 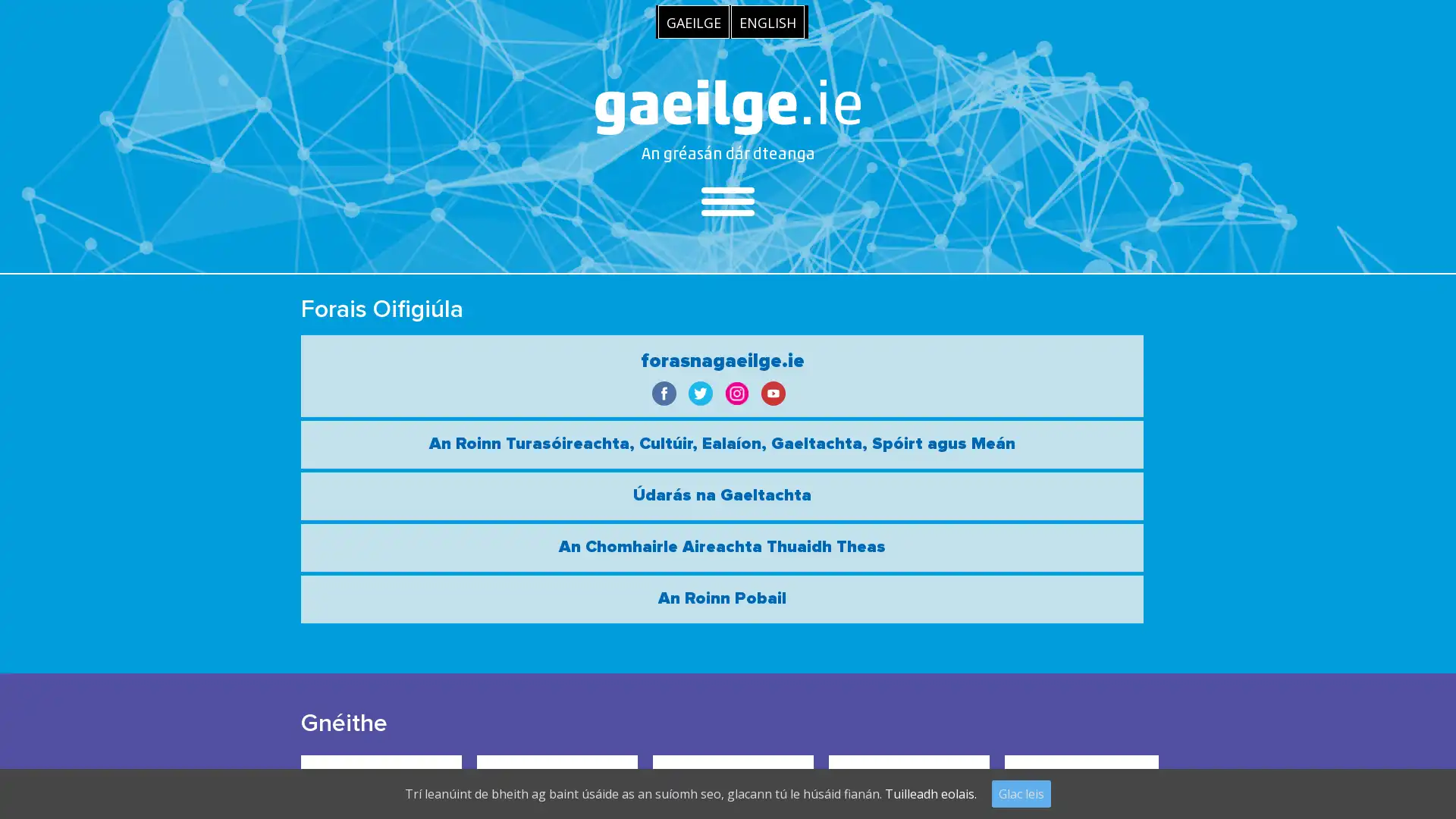 I want to click on Glac leis, so click(x=1021, y=792).